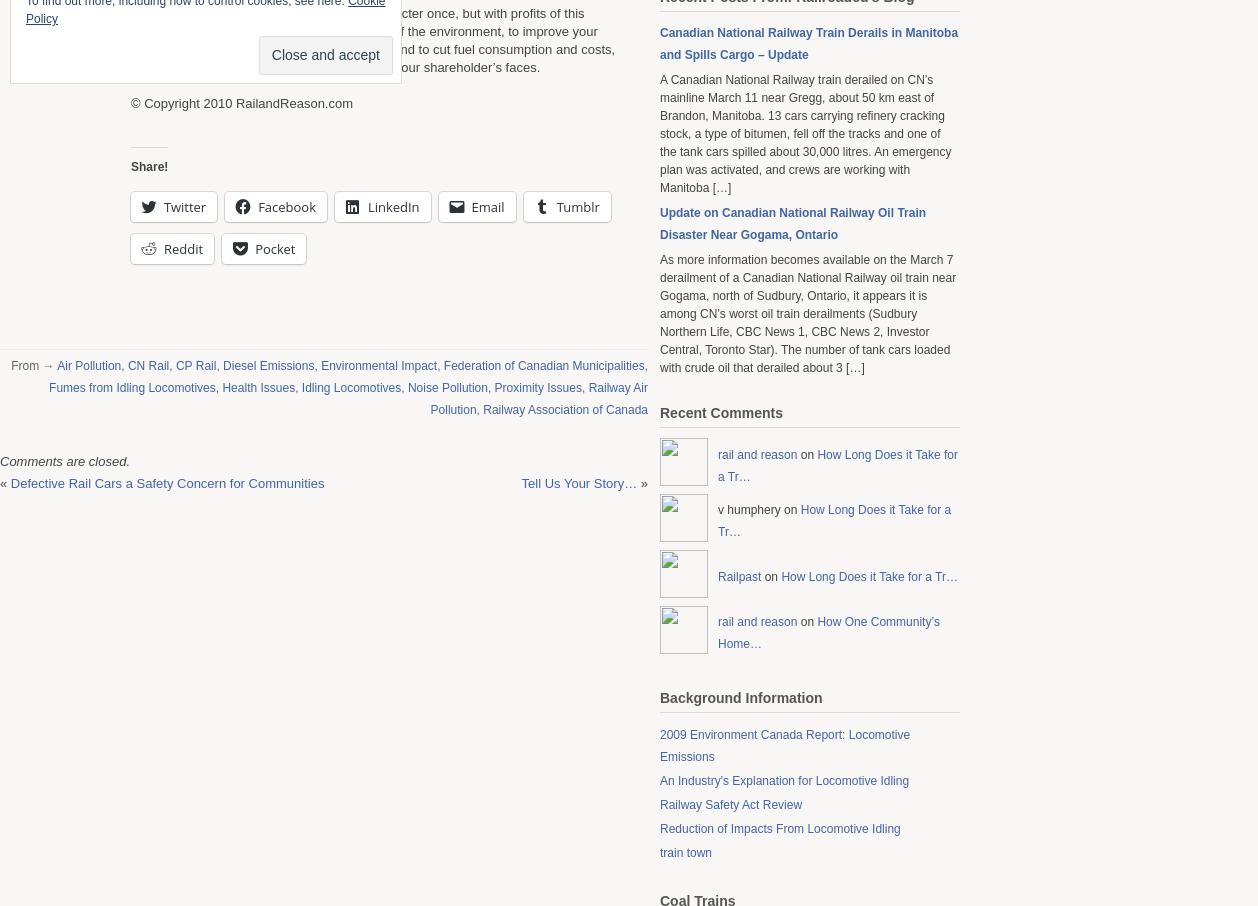  What do you see at coordinates (174, 364) in the screenshot?
I see `'CP Rail'` at bounding box center [174, 364].